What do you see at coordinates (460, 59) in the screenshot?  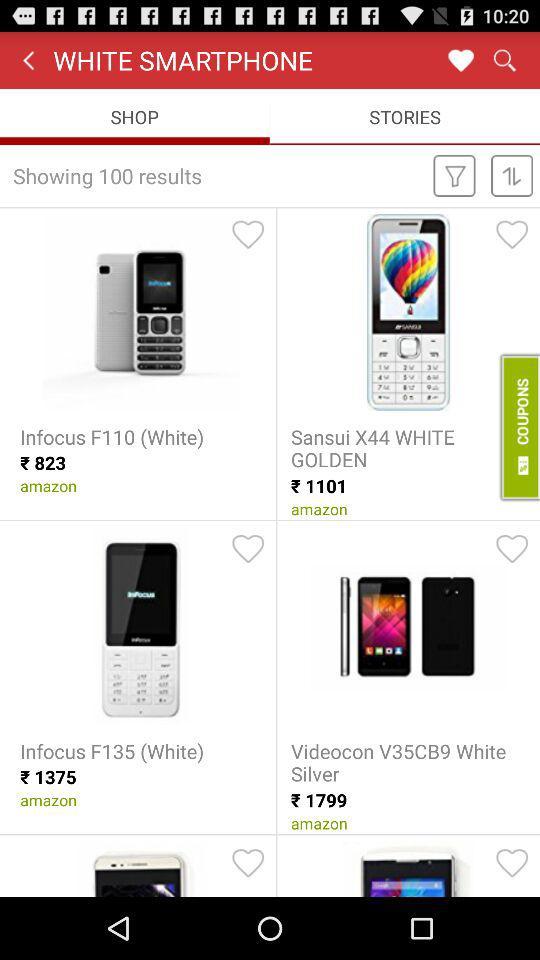 I see `favourites` at bounding box center [460, 59].